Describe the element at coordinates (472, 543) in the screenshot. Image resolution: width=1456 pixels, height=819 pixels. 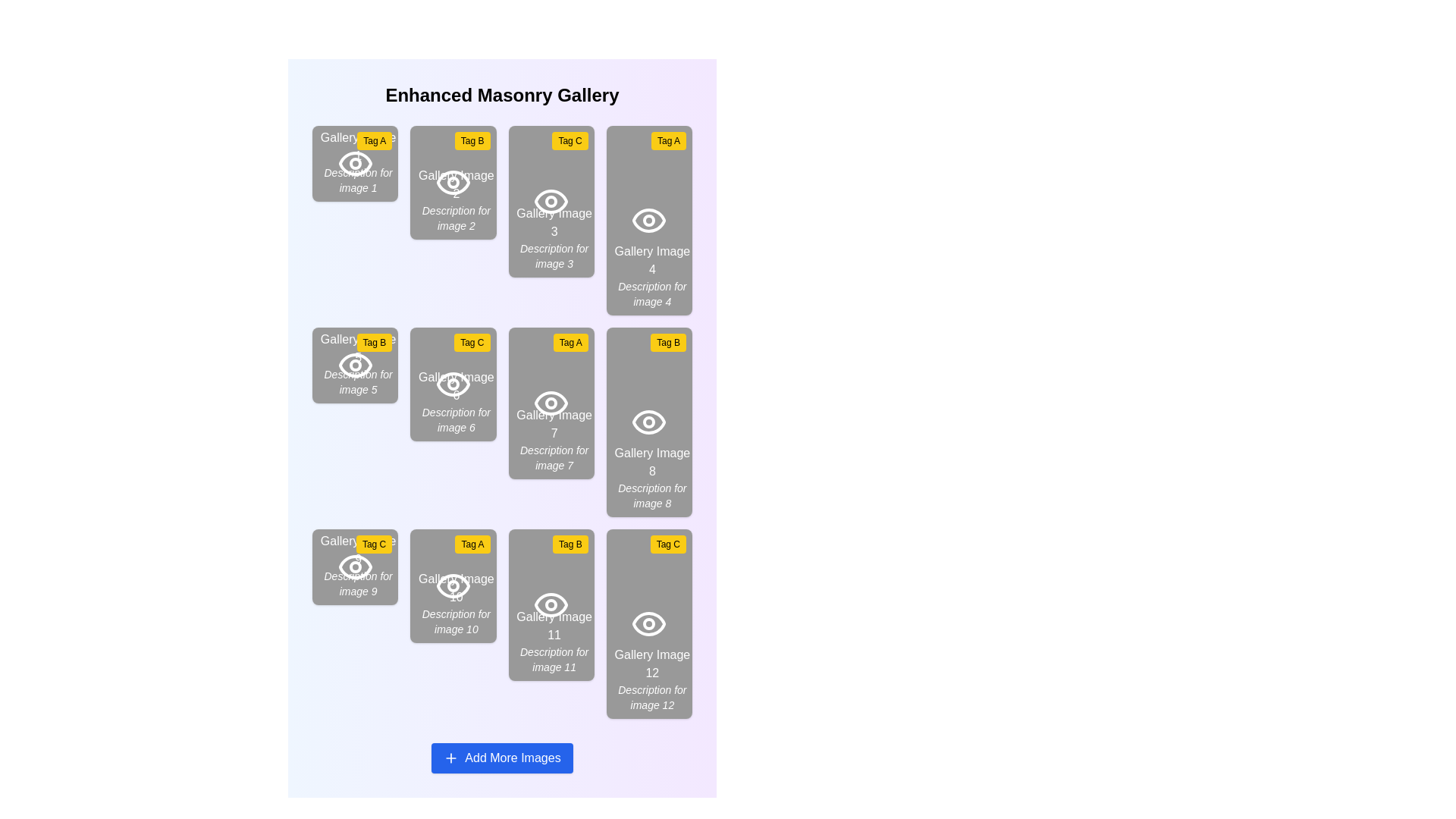
I see `the label that categorizes the content as 'Gallery Image 10', located in the top-right corner of the image tile` at that location.